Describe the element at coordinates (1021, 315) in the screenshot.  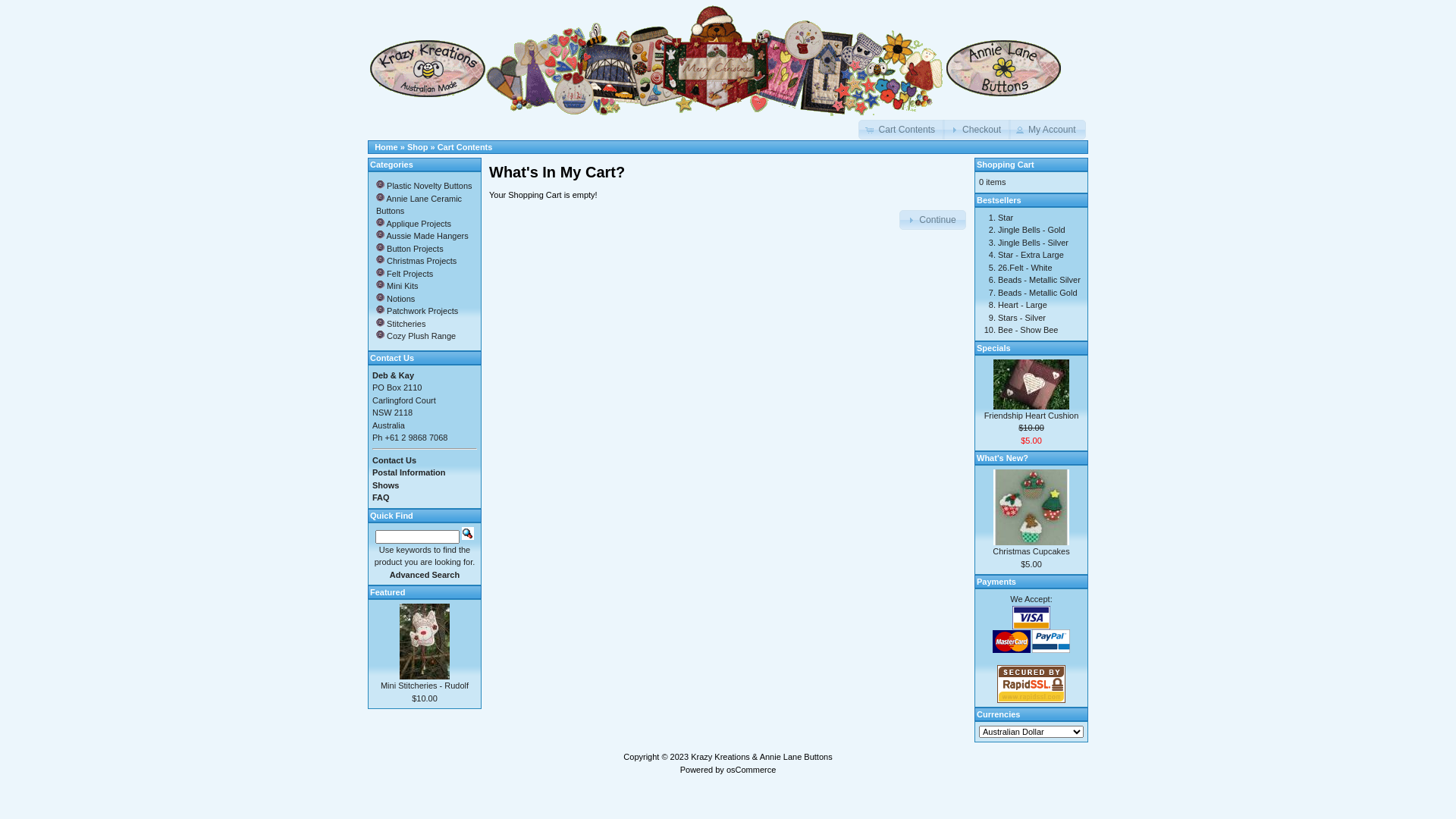
I see `'Stars - Silver'` at that location.